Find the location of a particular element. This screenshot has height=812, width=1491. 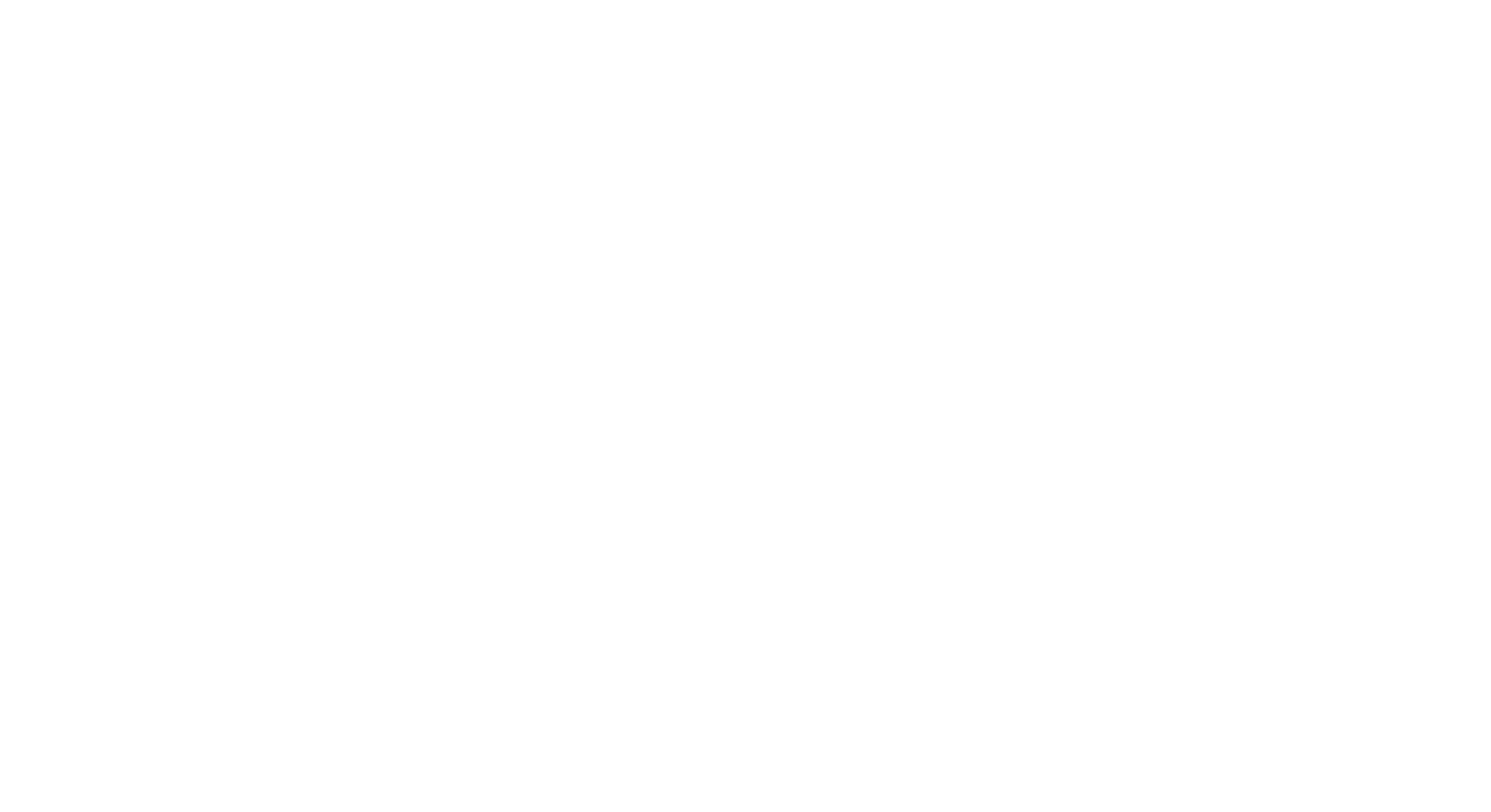

'Vitamin D – Are You Getting Enough?' is located at coordinates (833, 410).